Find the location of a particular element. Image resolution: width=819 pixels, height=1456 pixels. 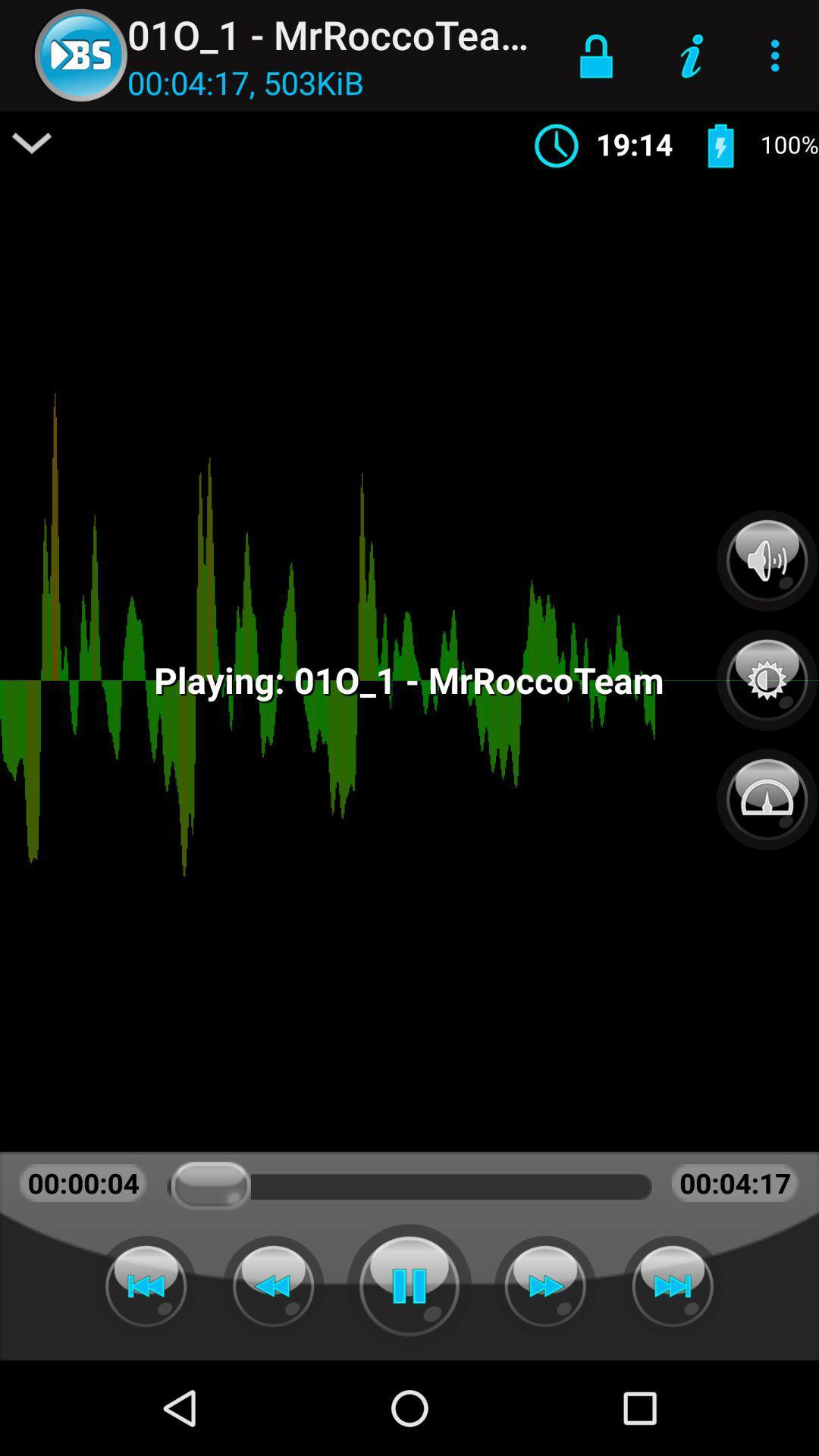

the expand_more icon is located at coordinates (32, 143).